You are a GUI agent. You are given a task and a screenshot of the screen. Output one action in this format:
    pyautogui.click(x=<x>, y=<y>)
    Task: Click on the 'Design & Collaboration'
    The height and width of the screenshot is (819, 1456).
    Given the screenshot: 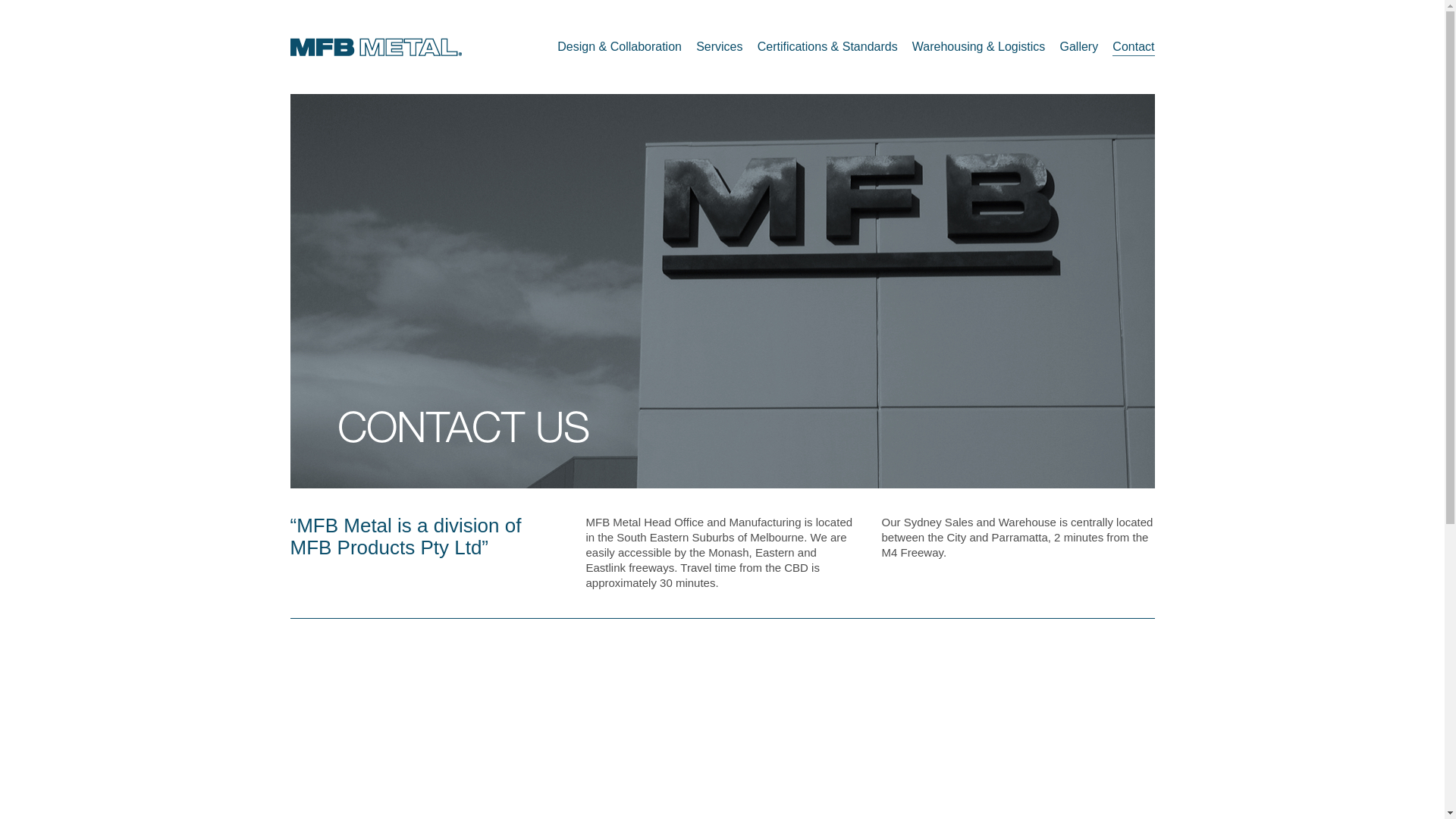 What is the action you would take?
    pyautogui.click(x=556, y=45)
    